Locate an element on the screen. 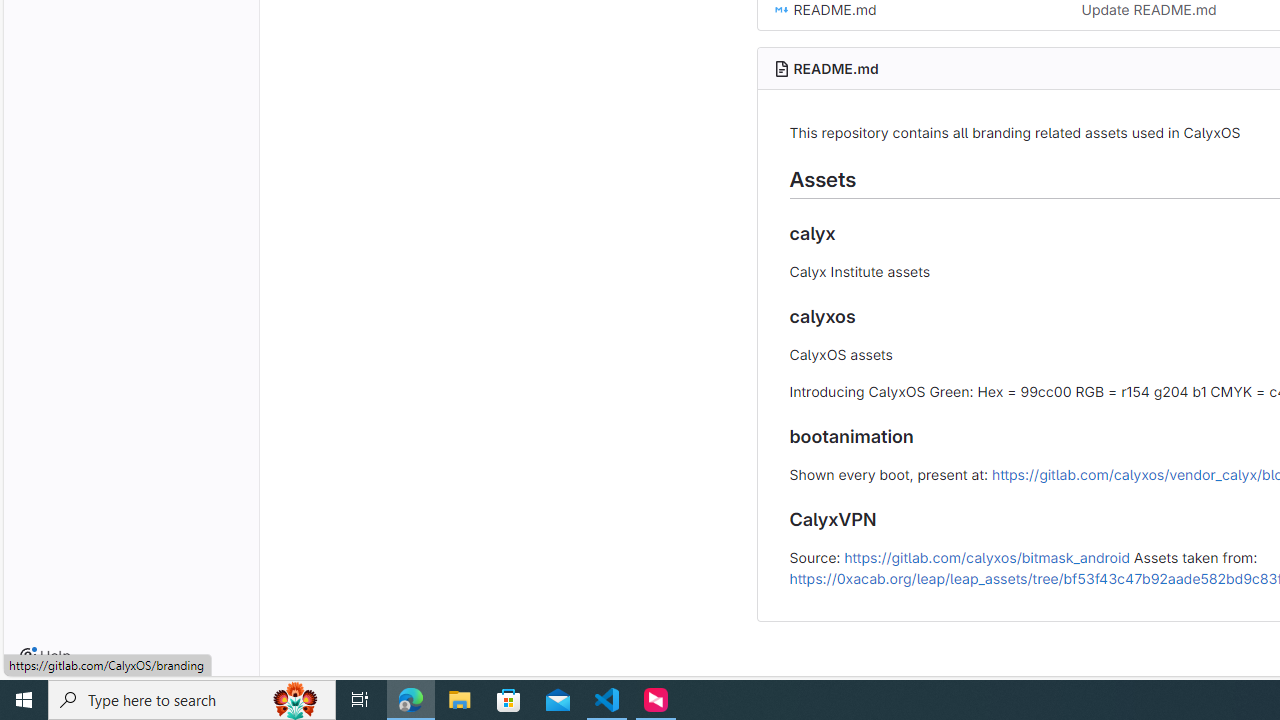 The height and width of the screenshot is (720, 1280). 'https://gitlab.com/calyxos/bitmask_android' is located at coordinates (986, 556).